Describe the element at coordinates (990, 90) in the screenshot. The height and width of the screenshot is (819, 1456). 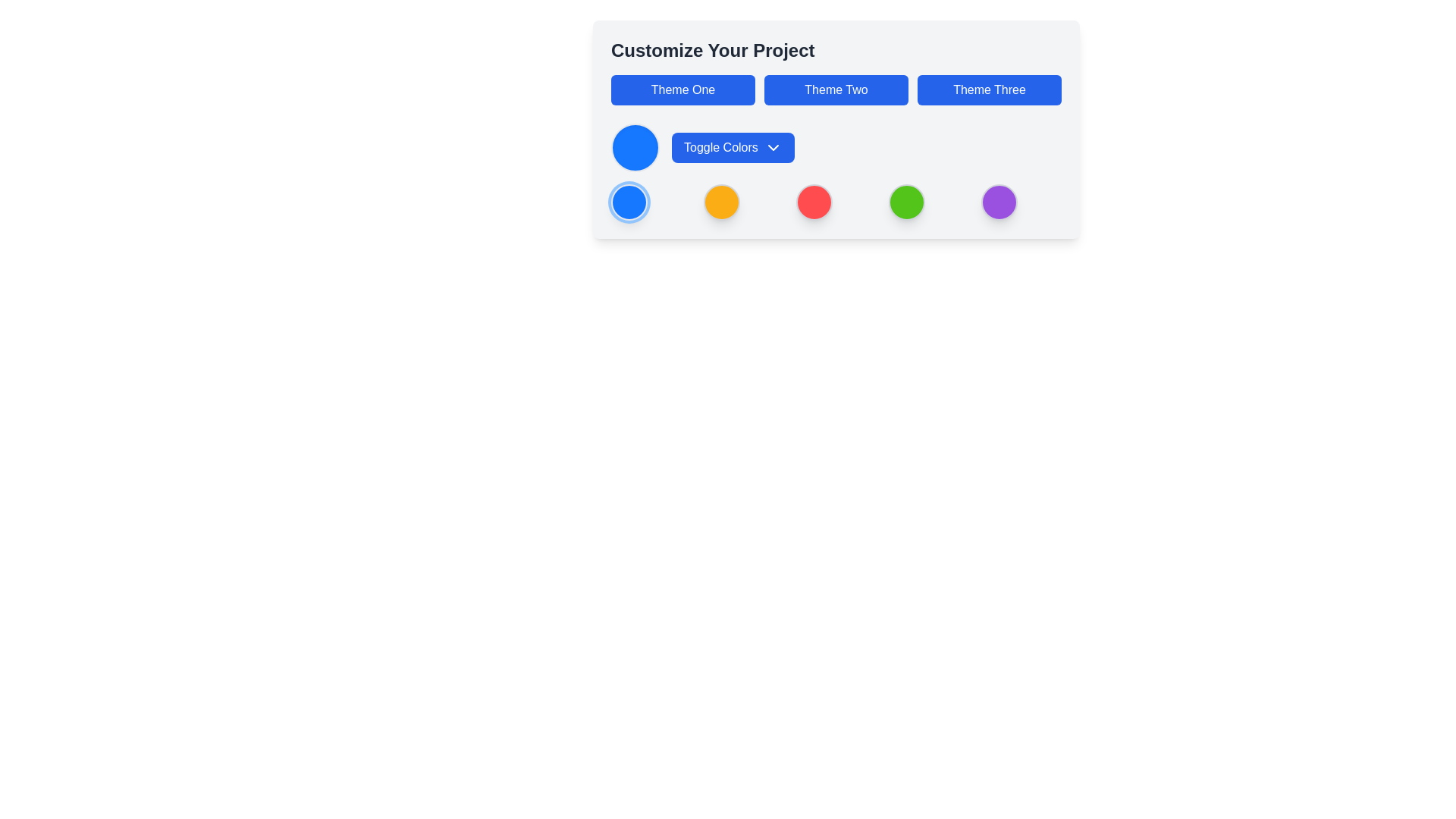
I see `the rectangular button with a blue background and white text that reads 'Theme Three'` at that location.